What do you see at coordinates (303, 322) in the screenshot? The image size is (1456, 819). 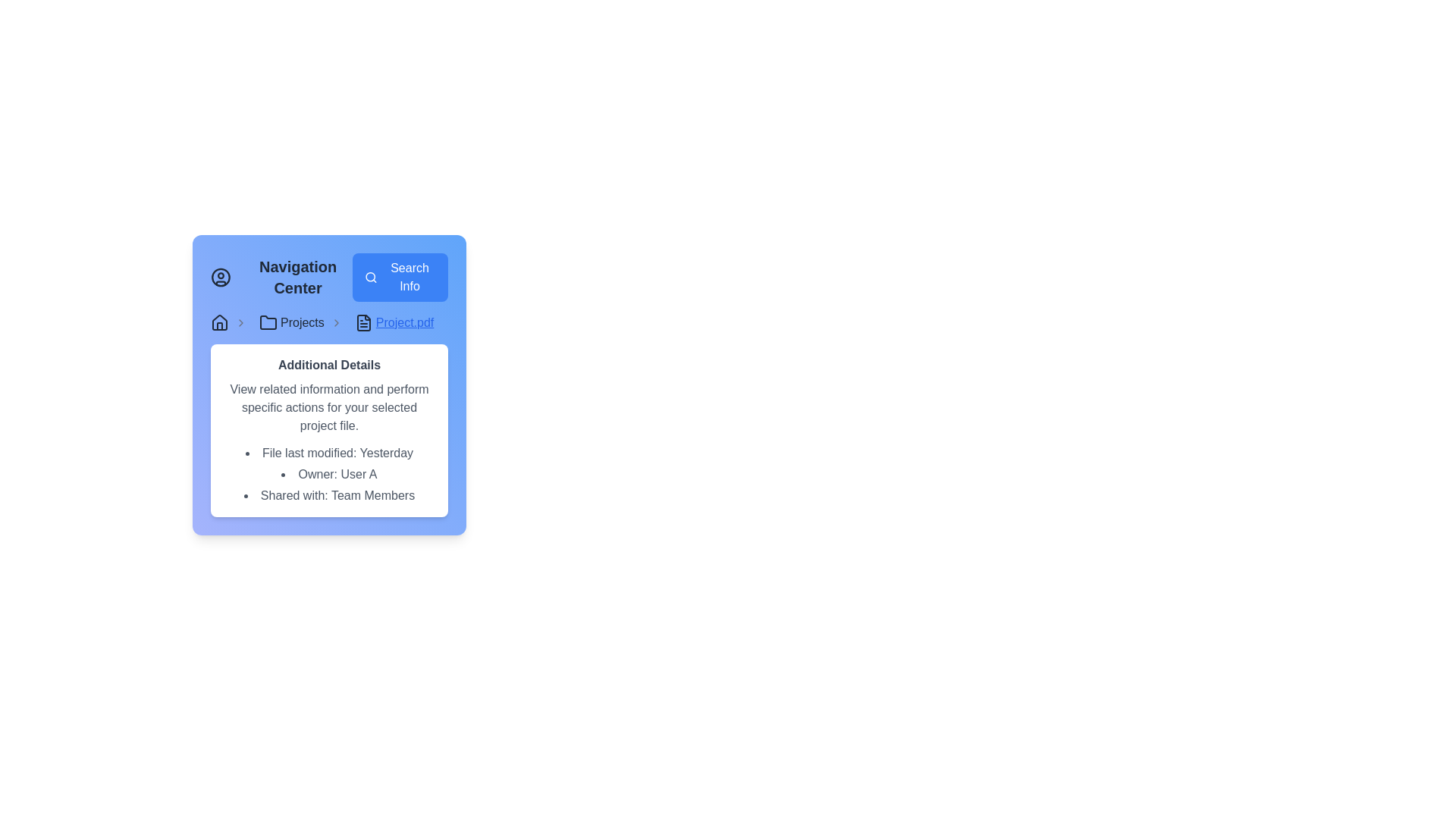 I see `the breadcrumb navigation step labeled 'Projects'` at bounding box center [303, 322].